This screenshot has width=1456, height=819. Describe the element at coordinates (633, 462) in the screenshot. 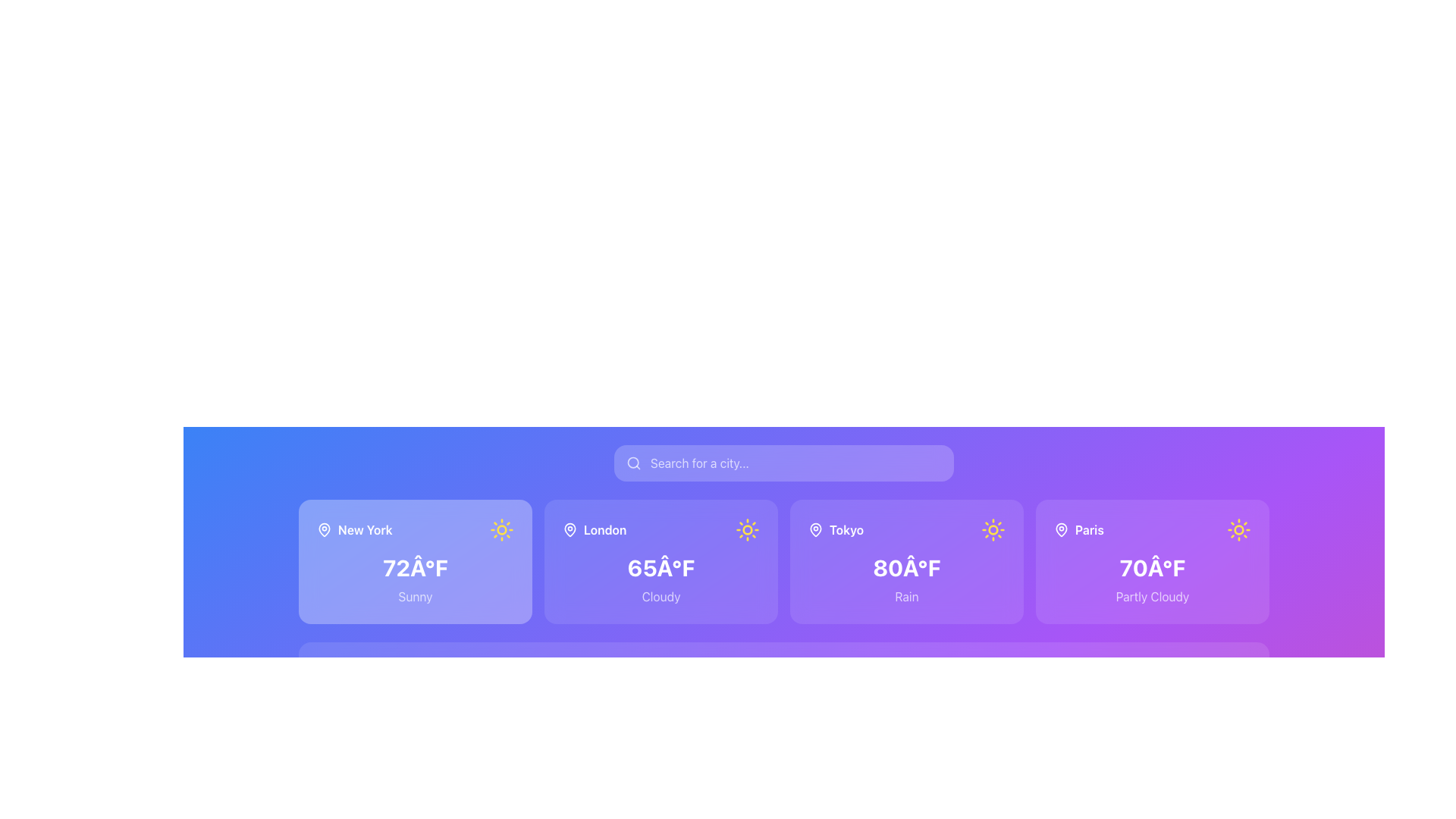

I see `the search icon located on the left edge of the input field at the top of the interface, above the weather cards` at that location.